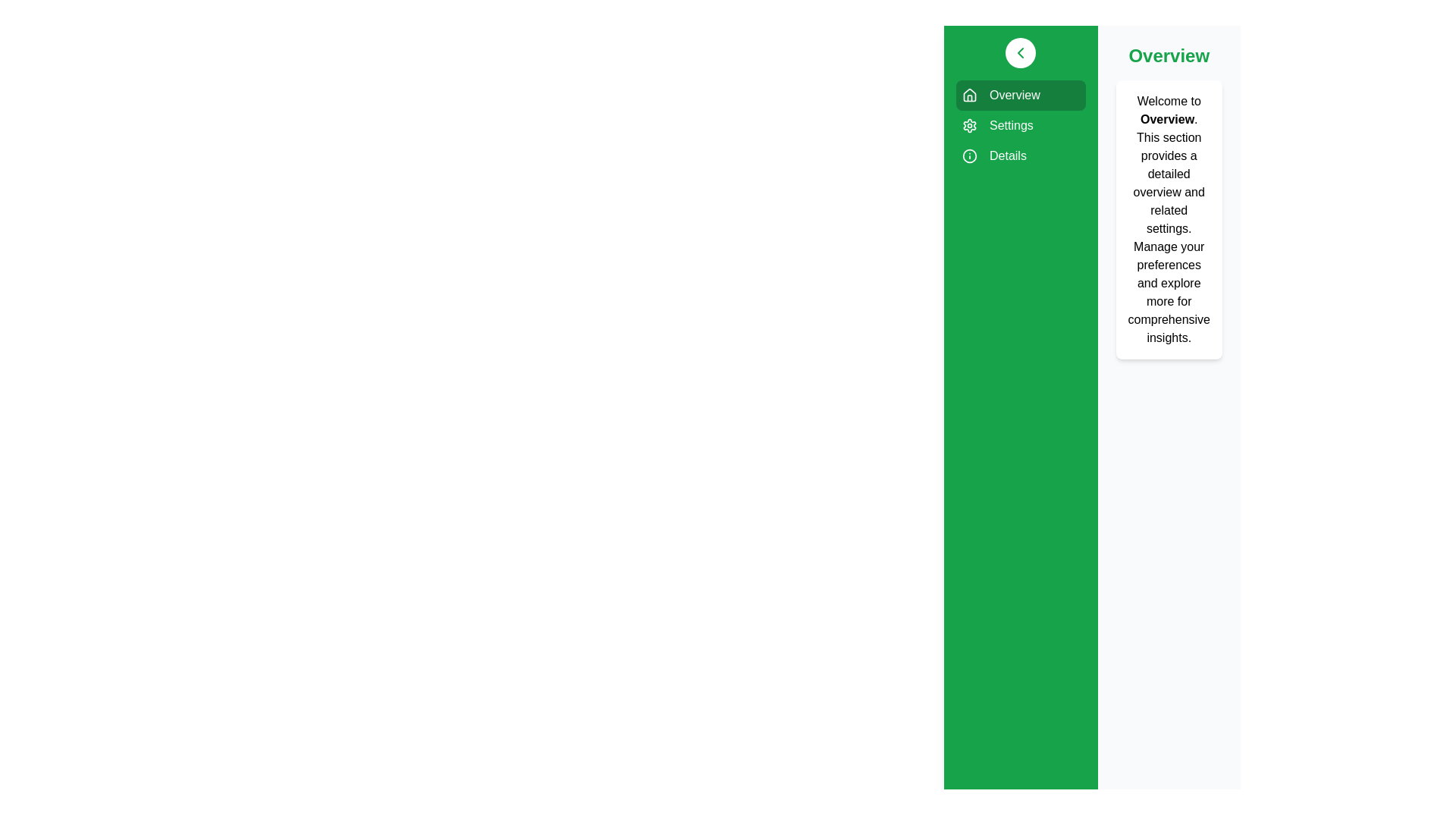 This screenshot has height=819, width=1456. I want to click on Chevron button to toggle the drawer, so click(1021, 52).